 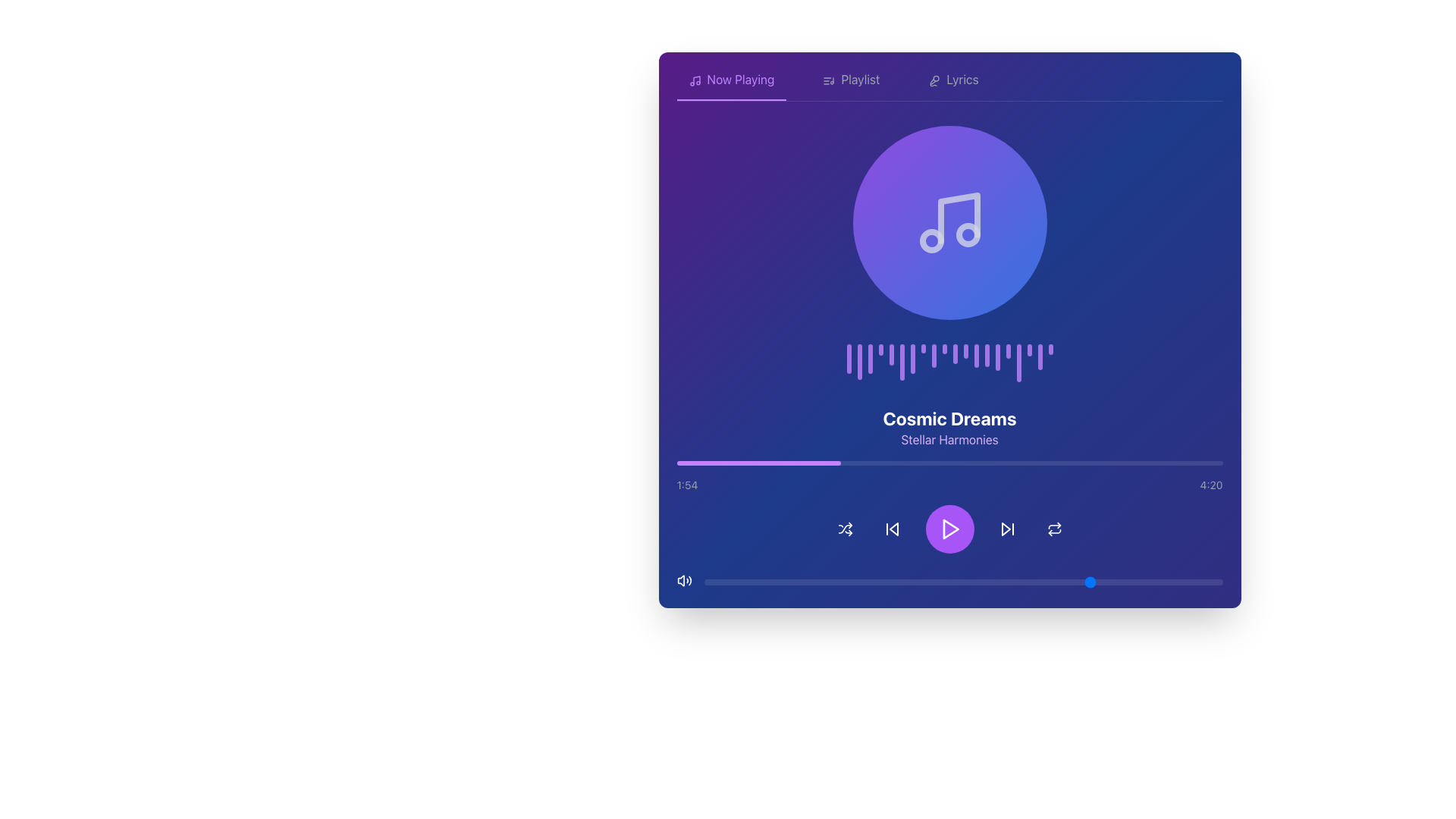 I want to click on the sixth vertical purple bar, which is part of a waveform visualizer, located below the music note icon, so click(x=902, y=362).